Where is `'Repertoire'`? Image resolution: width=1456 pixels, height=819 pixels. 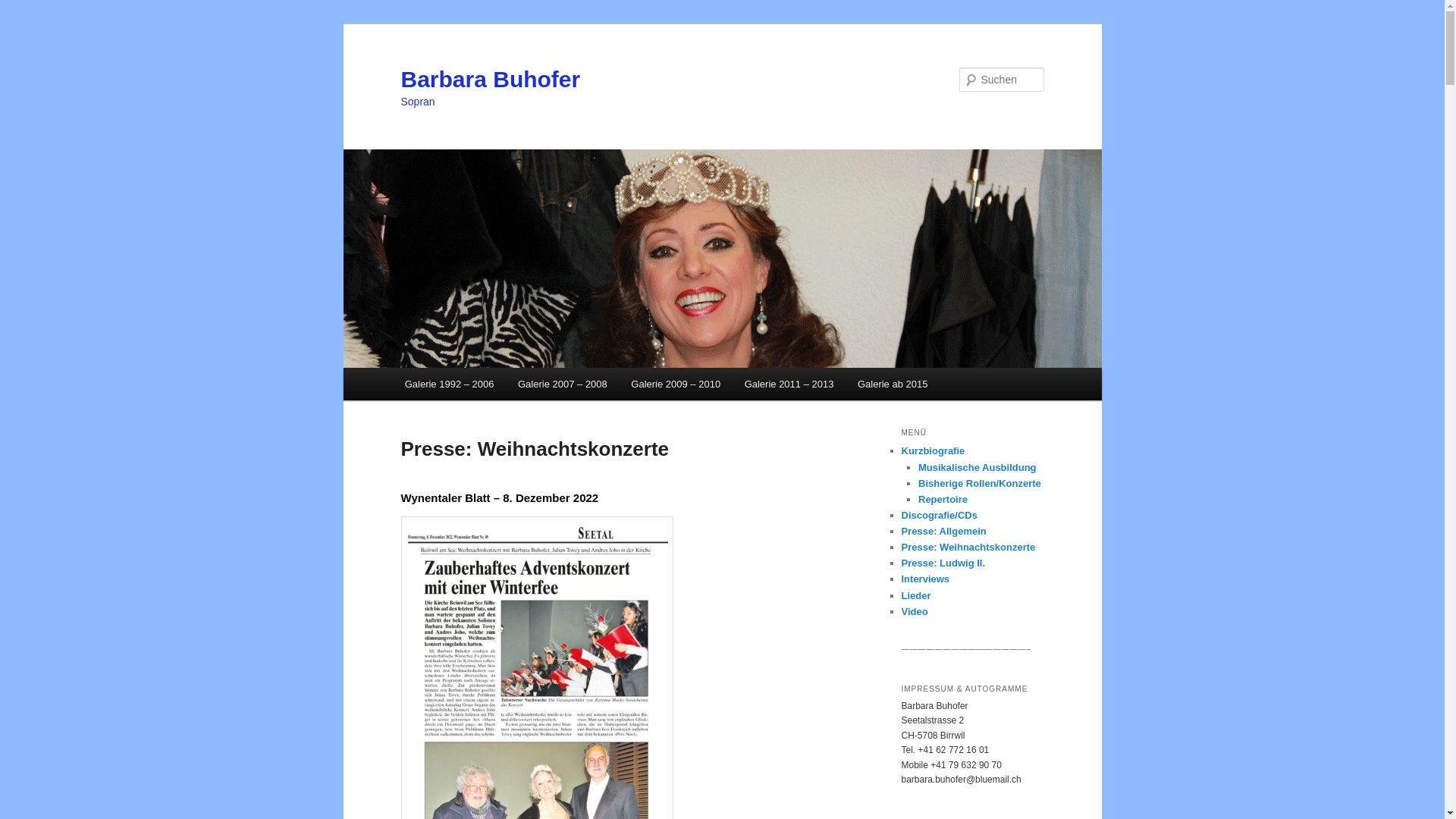 'Repertoire' is located at coordinates (942, 499).